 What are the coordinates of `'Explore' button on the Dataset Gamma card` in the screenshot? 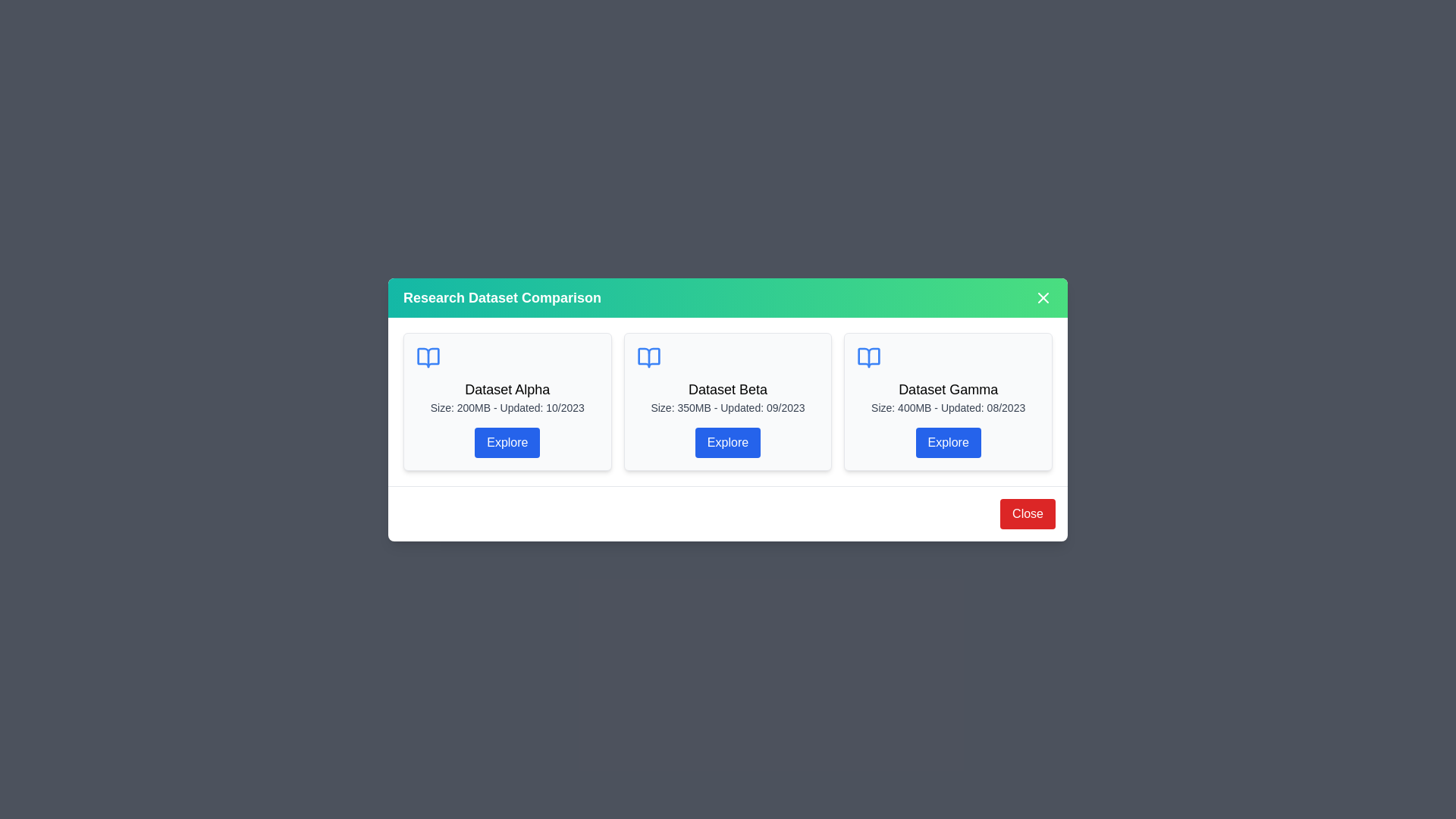 It's located at (947, 442).